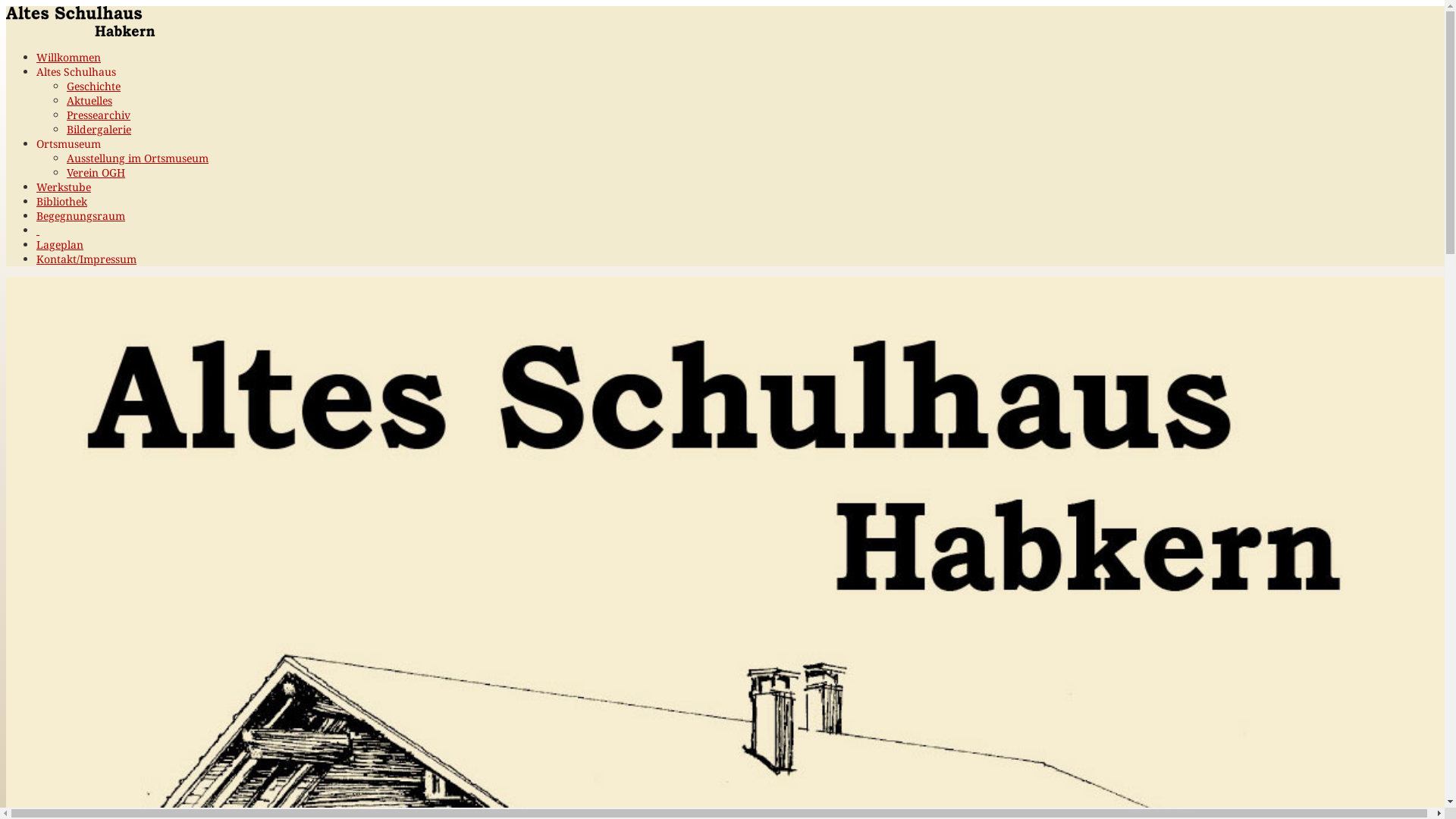 Image resolution: width=1456 pixels, height=819 pixels. What do you see at coordinates (98, 128) in the screenshot?
I see `'Bildergalerie'` at bounding box center [98, 128].